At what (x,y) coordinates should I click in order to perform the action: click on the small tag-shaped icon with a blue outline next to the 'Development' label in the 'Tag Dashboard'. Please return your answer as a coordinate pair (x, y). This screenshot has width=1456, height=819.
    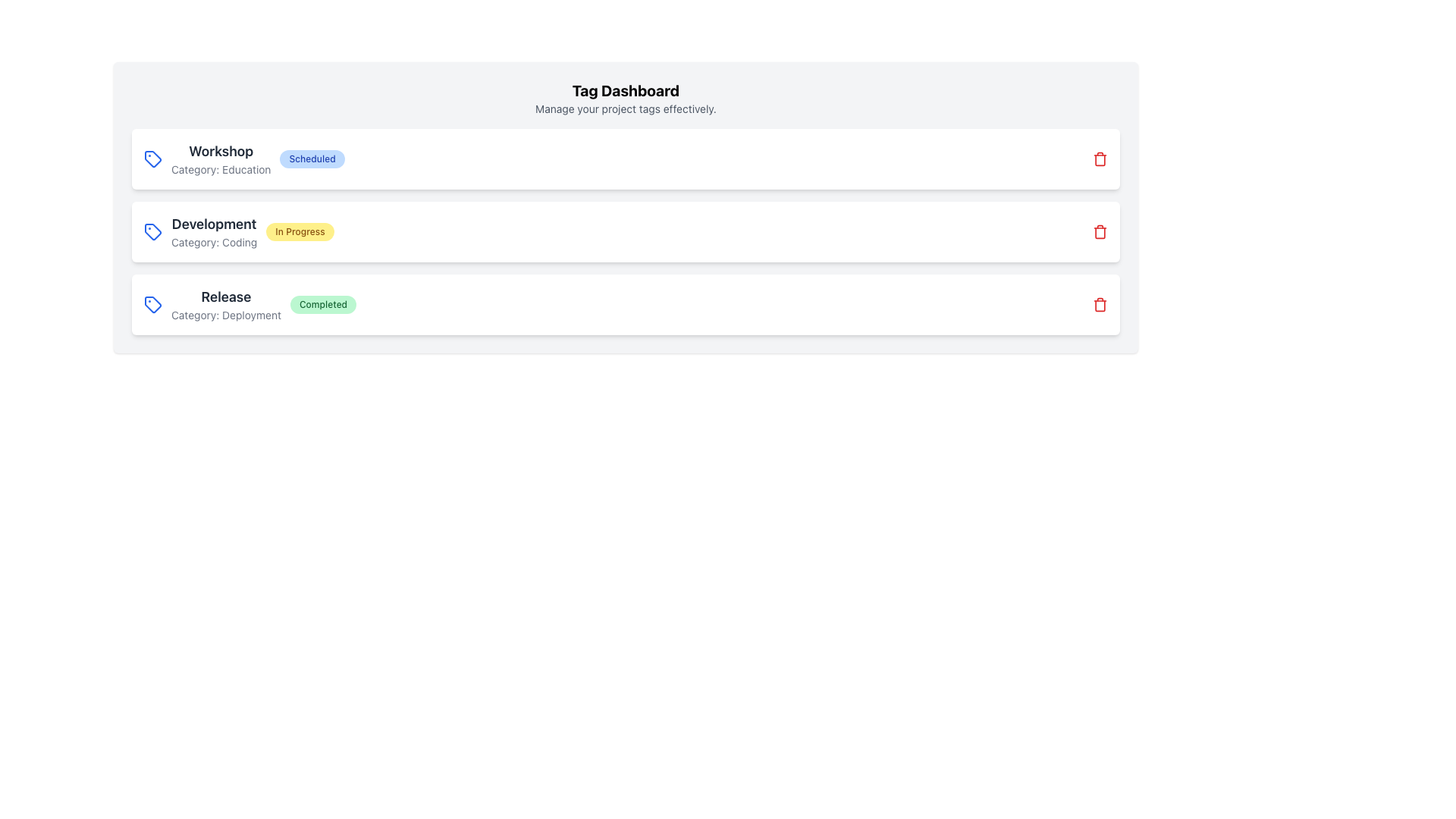
    Looking at the image, I should click on (152, 231).